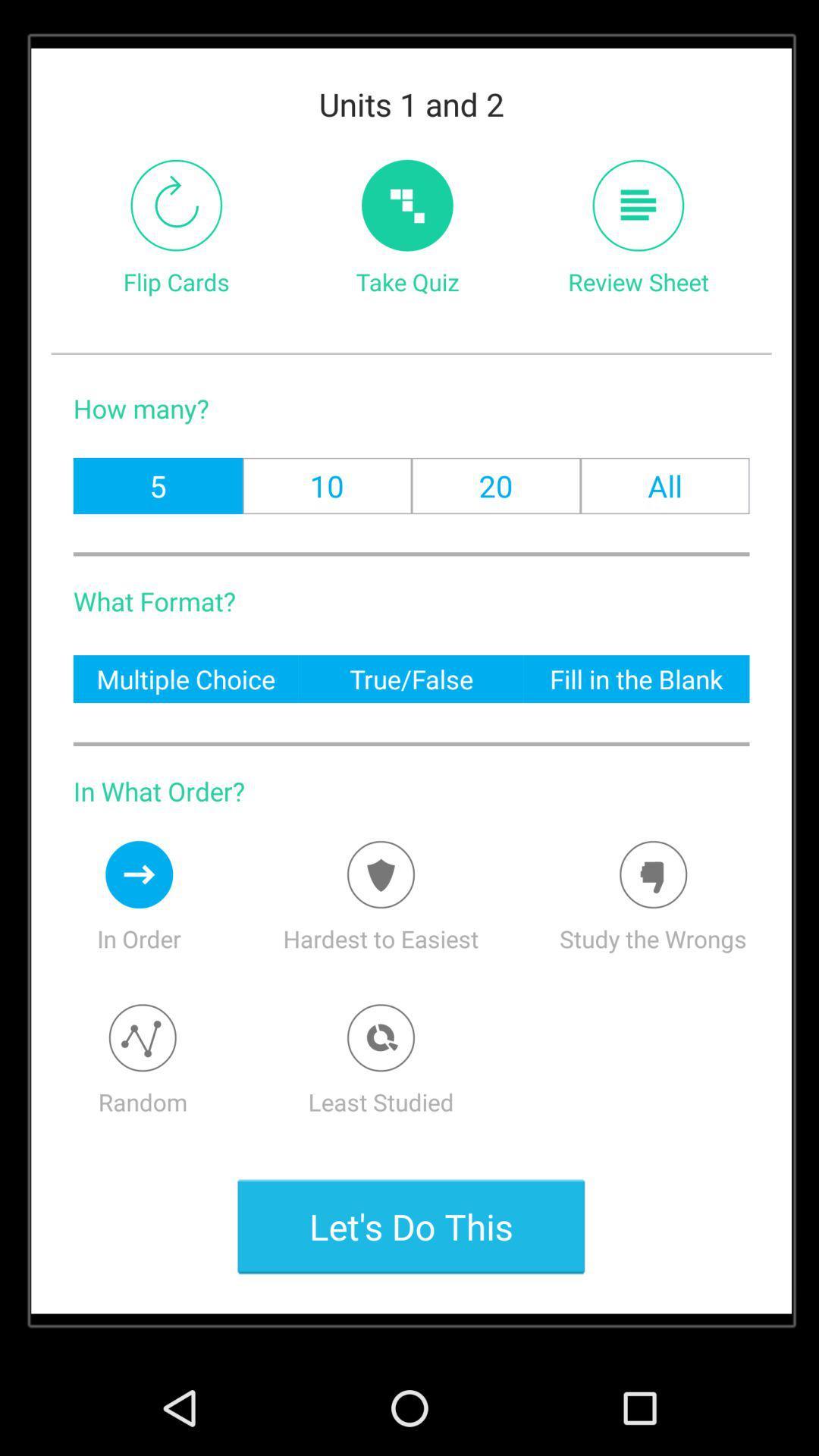  What do you see at coordinates (143, 1037) in the screenshot?
I see `randomize the questions` at bounding box center [143, 1037].